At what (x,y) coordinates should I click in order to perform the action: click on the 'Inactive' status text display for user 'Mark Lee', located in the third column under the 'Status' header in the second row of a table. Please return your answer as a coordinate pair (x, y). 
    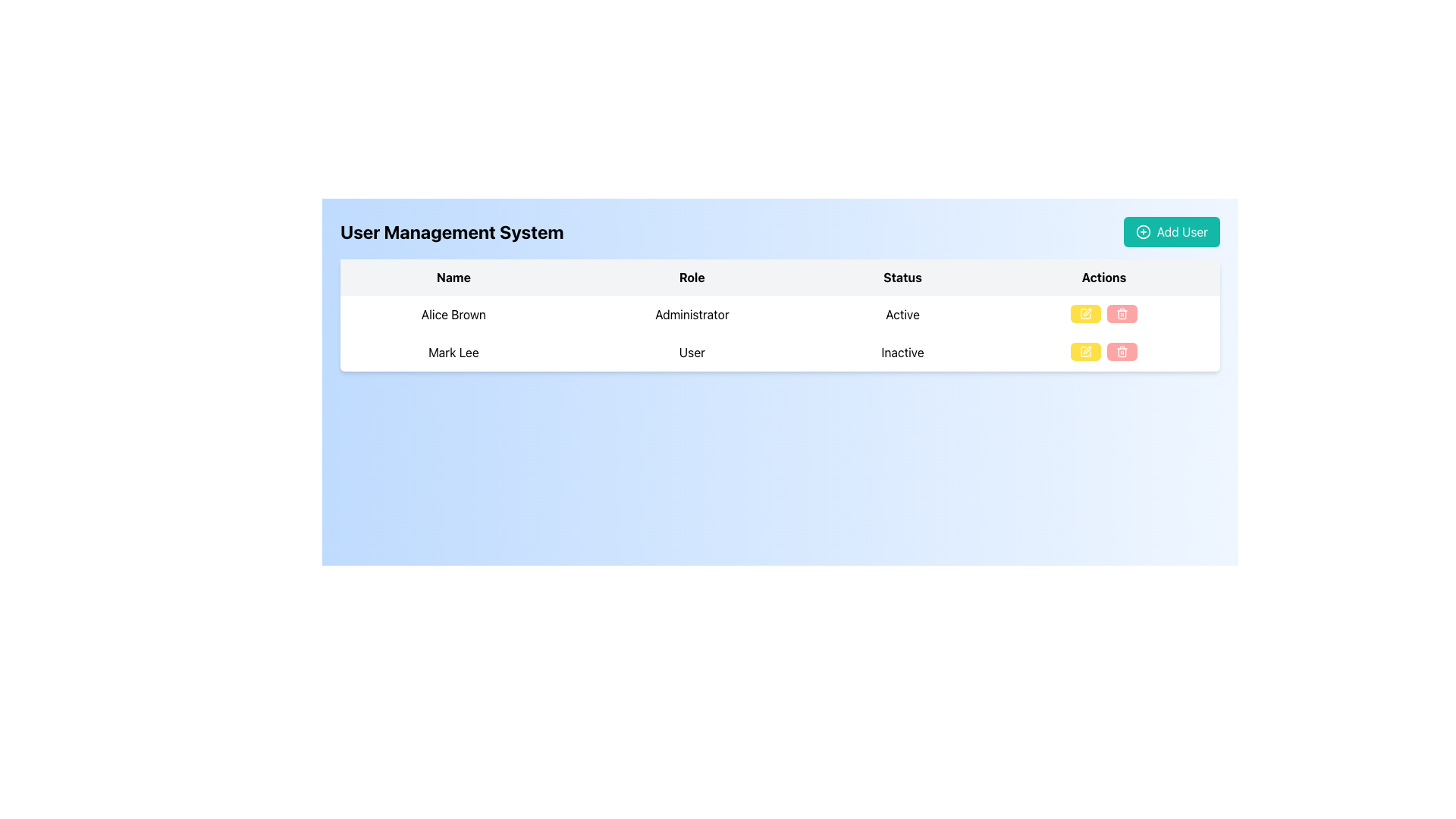
    Looking at the image, I should click on (902, 353).